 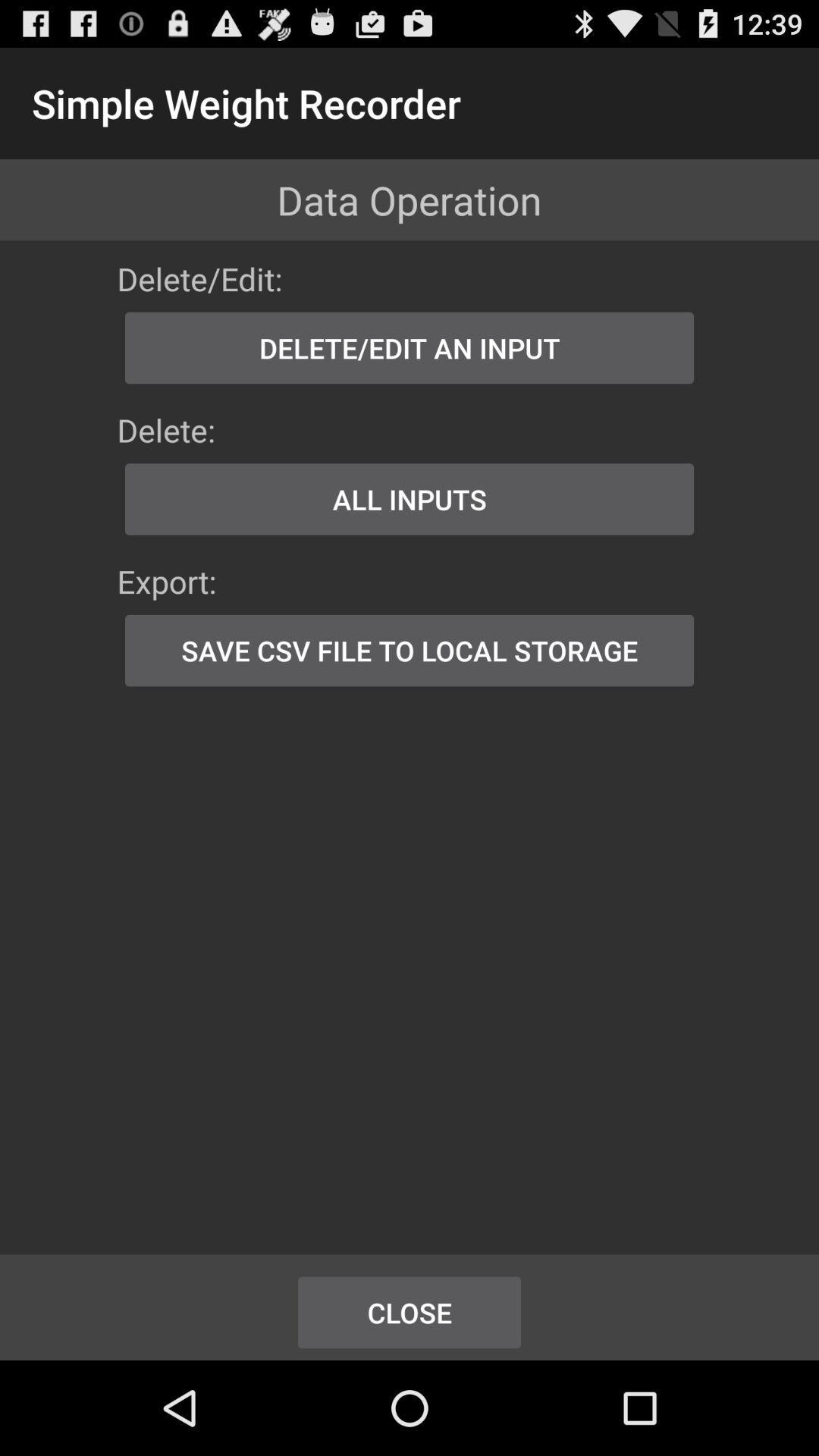 What do you see at coordinates (409, 1312) in the screenshot?
I see `the close` at bounding box center [409, 1312].